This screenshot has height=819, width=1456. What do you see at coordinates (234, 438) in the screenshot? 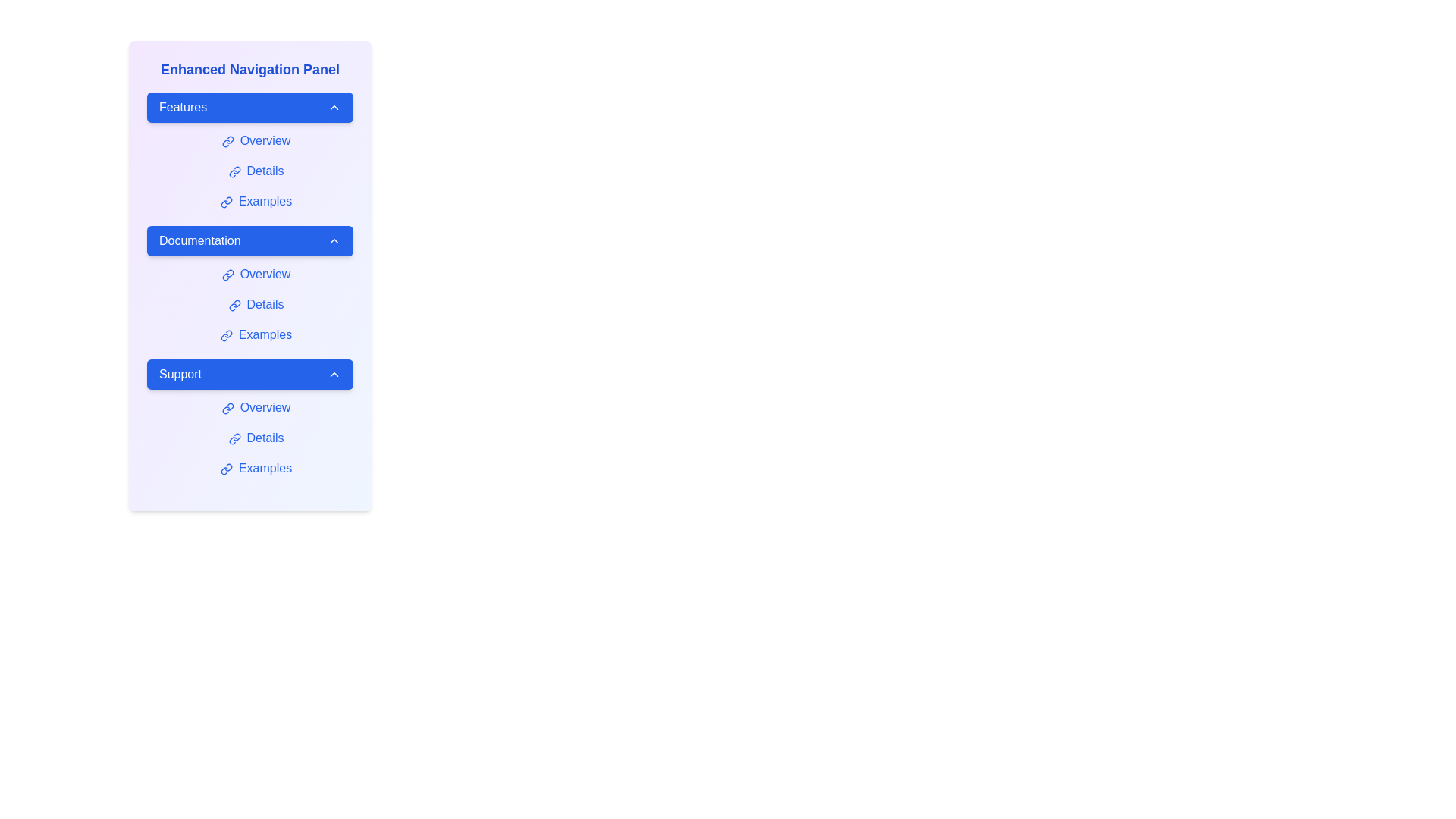
I see `the blue stylized chain link icon located to the left of the 'Details' text in the 'Support' section of the navigation panel` at bounding box center [234, 438].